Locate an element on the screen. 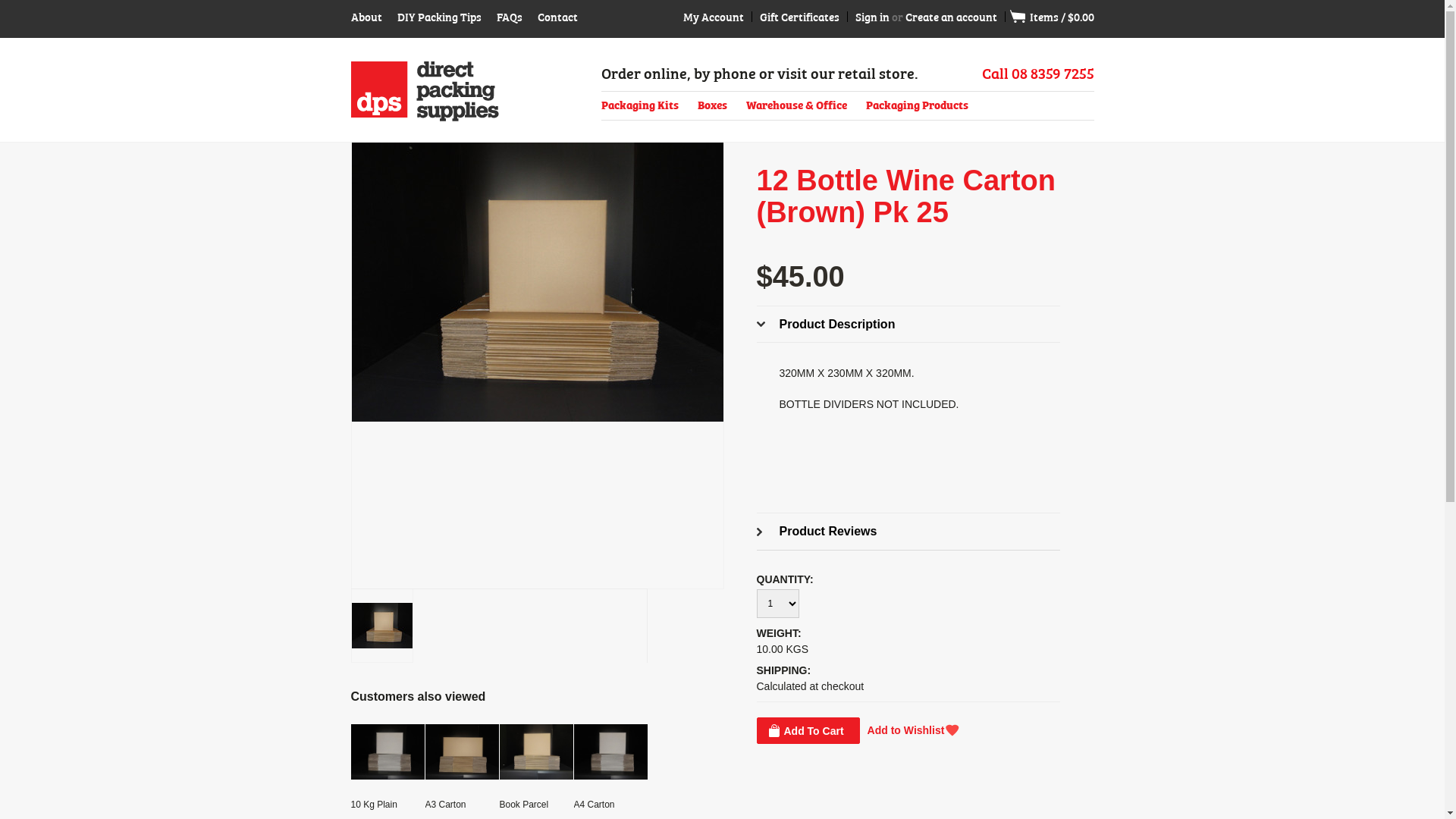  'Contact' is located at coordinates (556, 16).